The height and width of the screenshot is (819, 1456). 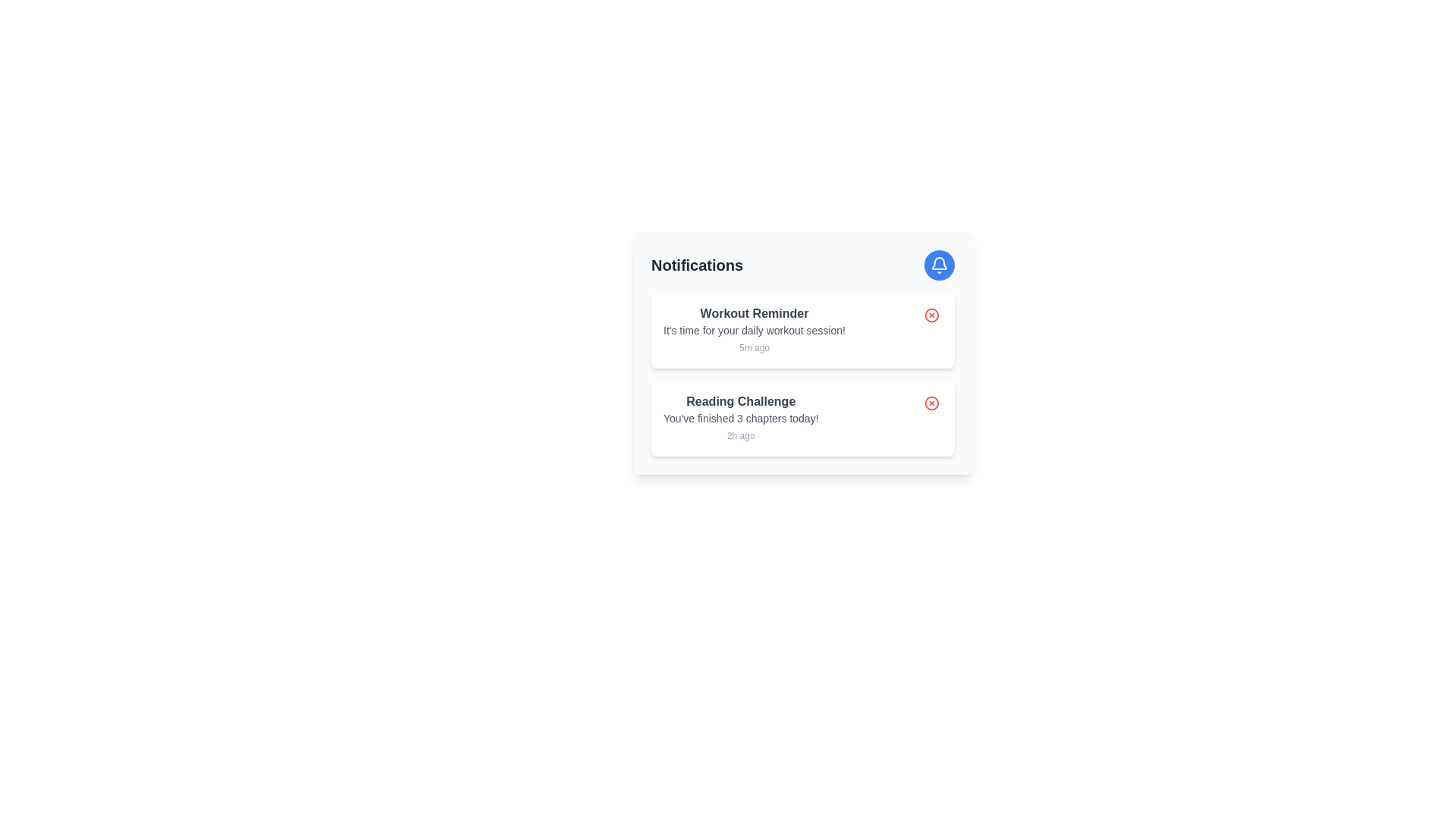 I want to click on the timestamp text label located at the bottom right corner of the 'Workout Reminder' notification card, which indicates the time elapsed since the notification was generated, so click(x=754, y=348).